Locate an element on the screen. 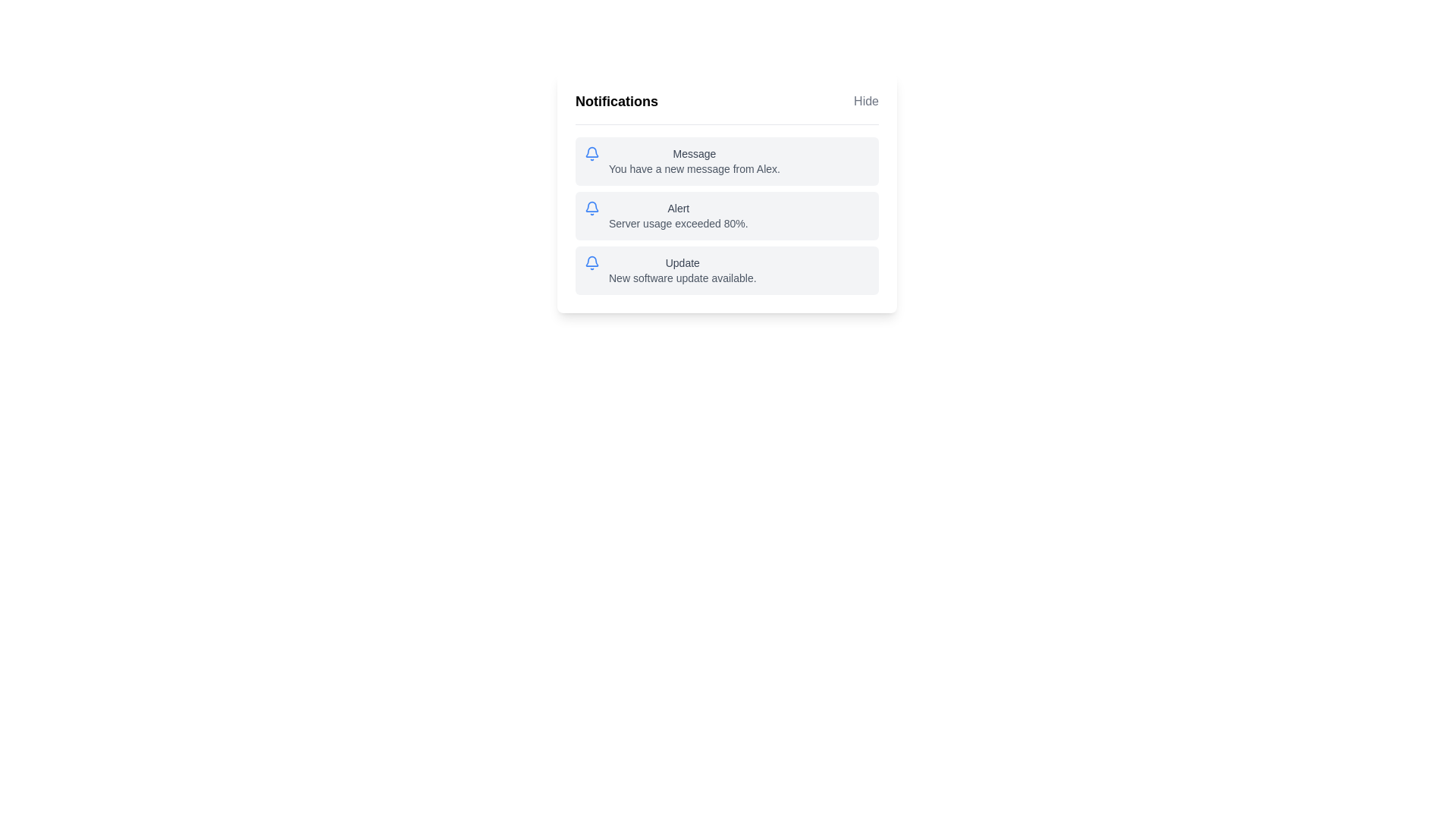  the notification icon shaped as a bell with a blue stroke, located to the left of the text 'Message' in the notification card is located at coordinates (591, 154).